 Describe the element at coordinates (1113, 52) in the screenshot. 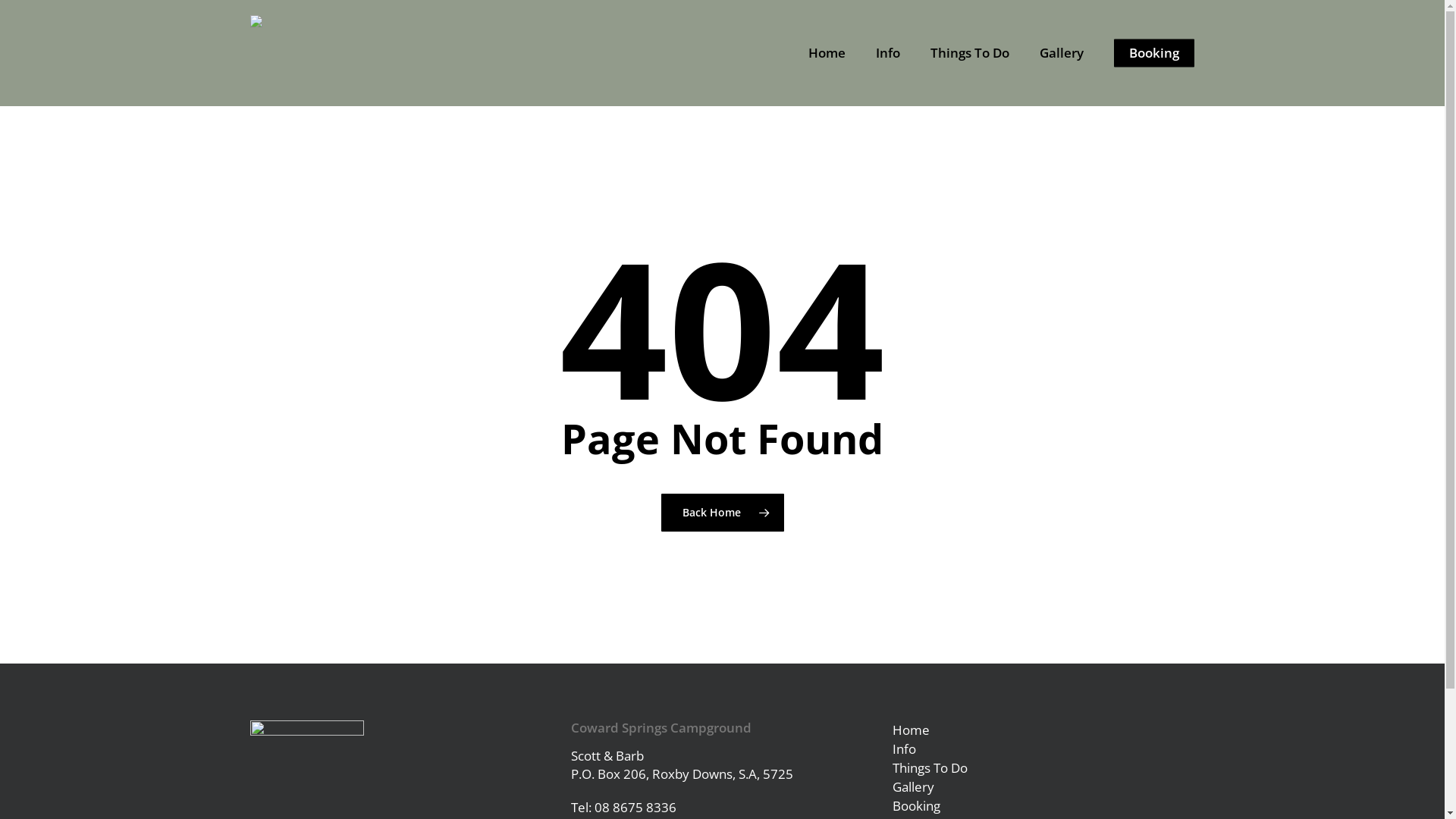

I see `'Booking'` at that location.